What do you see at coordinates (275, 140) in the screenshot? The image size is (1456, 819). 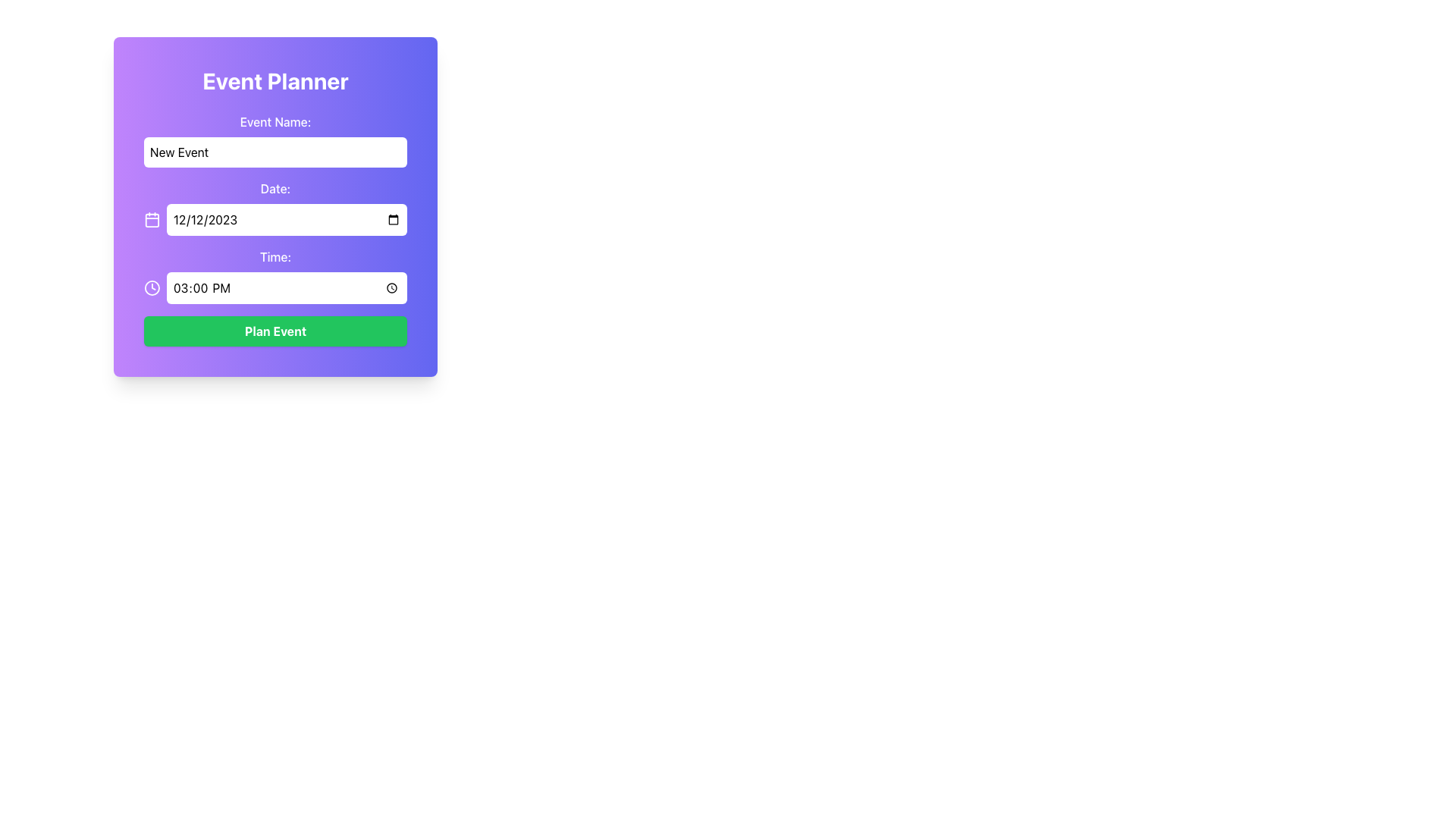 I see `the text input field for event name located below the 'Event Planner' heading to focus on it` at bounding box center [275, 140].